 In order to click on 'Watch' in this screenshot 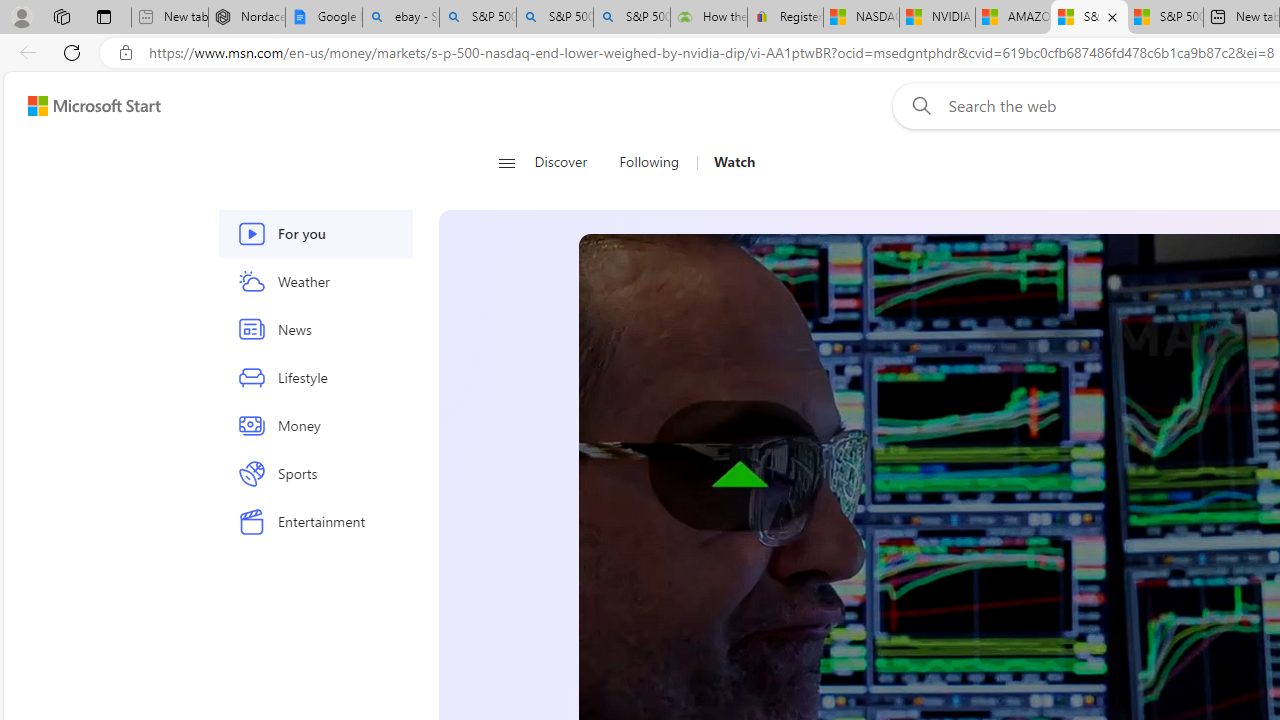, I will do `click(726, 162)`.